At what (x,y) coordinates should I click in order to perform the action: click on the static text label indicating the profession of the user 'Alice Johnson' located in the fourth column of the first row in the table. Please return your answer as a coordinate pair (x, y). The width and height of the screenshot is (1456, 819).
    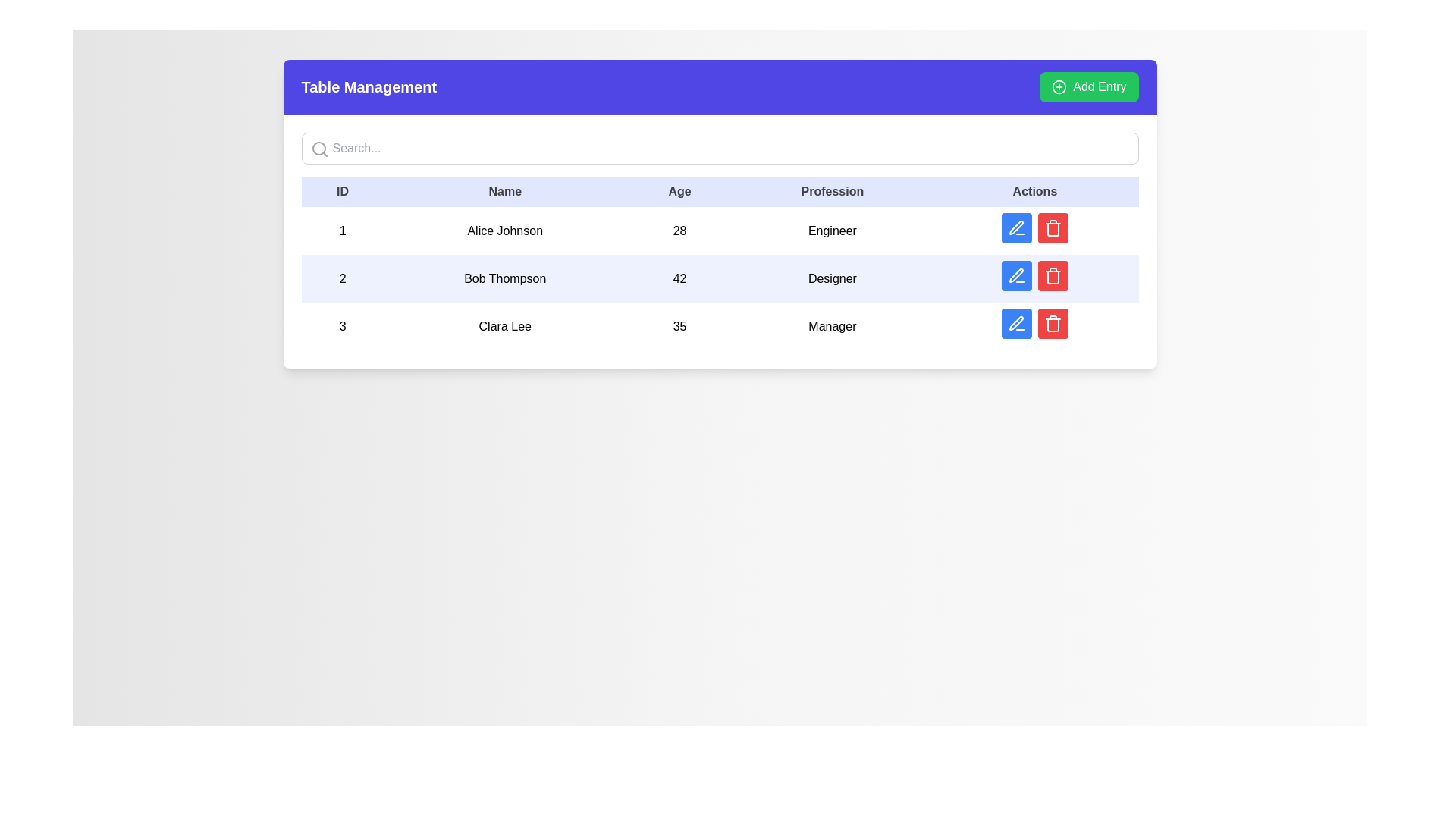
    Looking at the image, I should click on (831, 231).